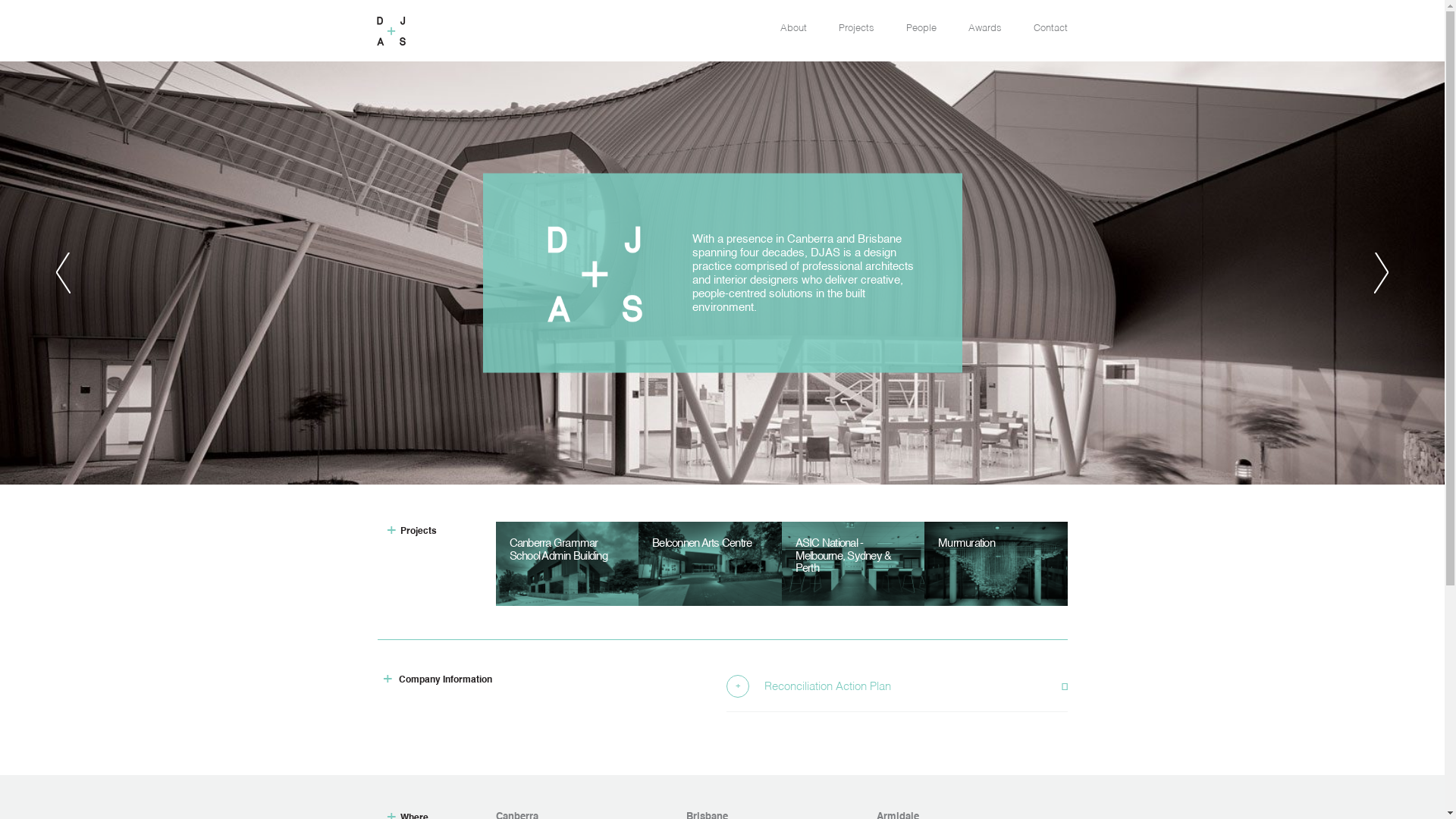  I want to click on 'People', so click(920, 28).